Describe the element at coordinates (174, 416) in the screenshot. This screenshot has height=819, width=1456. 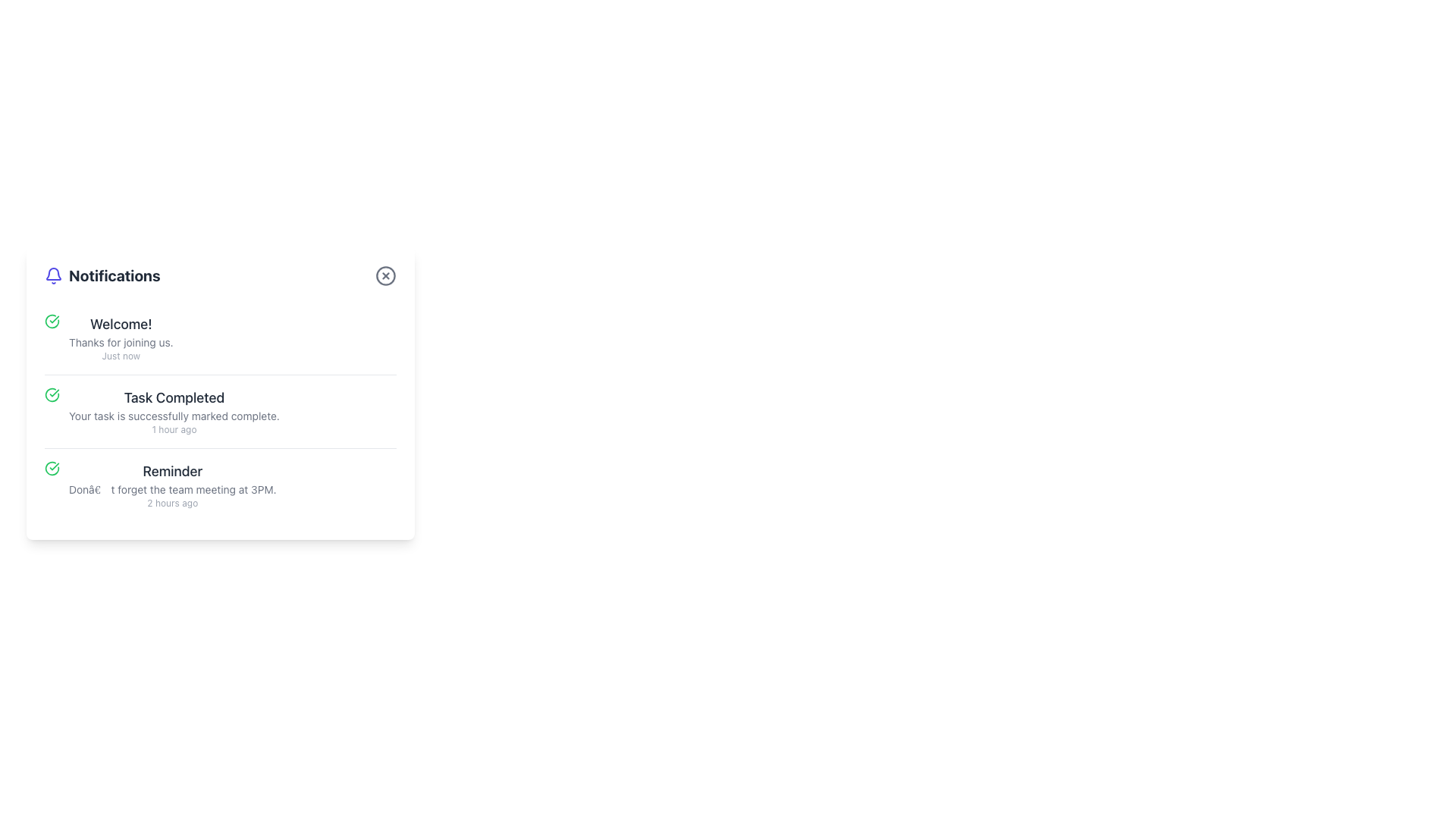
I see `message from the Text Label that contains the phrase 'Your task is successfully marked complete.' which is styled with a small font size and light gray color, located beneath the 'Task Completed' heading` at that location.